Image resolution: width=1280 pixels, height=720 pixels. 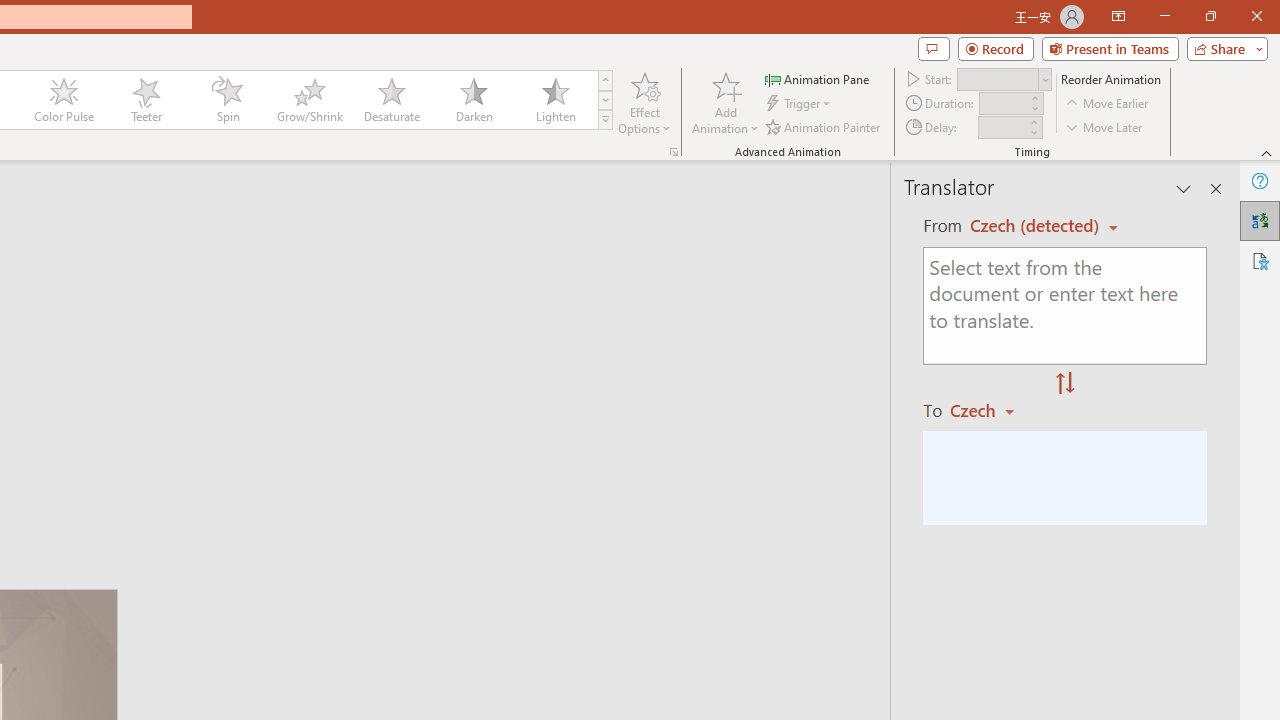 What do you see at coordinates (144, 100) in the screenshot?
I see `'Teeter'` at bounding box center [144, 100].